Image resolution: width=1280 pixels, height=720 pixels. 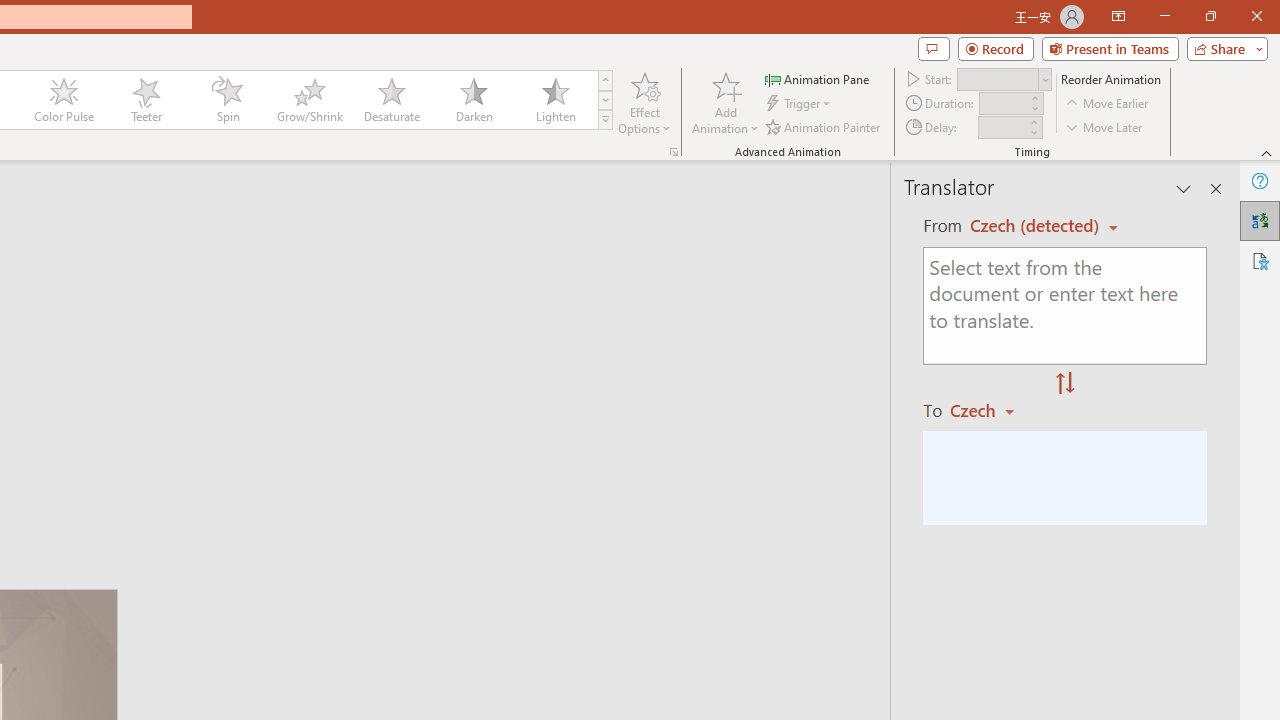 What do you see at coordinates (144, 100) in the screenshot?
I see `'Teeter'` at bounding box center [144, 100].